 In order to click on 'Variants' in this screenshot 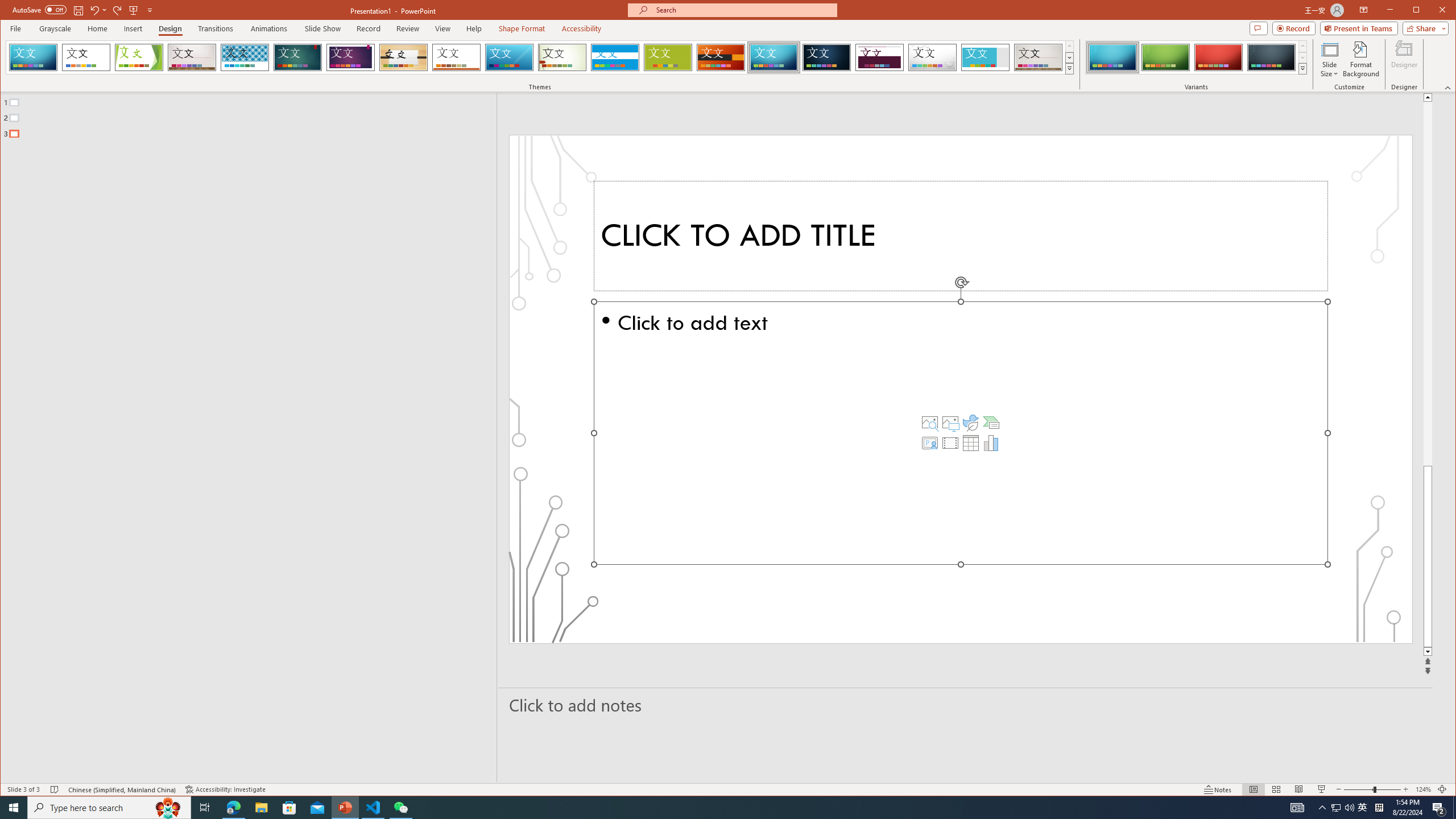, I will do `click(1302, 68)`.